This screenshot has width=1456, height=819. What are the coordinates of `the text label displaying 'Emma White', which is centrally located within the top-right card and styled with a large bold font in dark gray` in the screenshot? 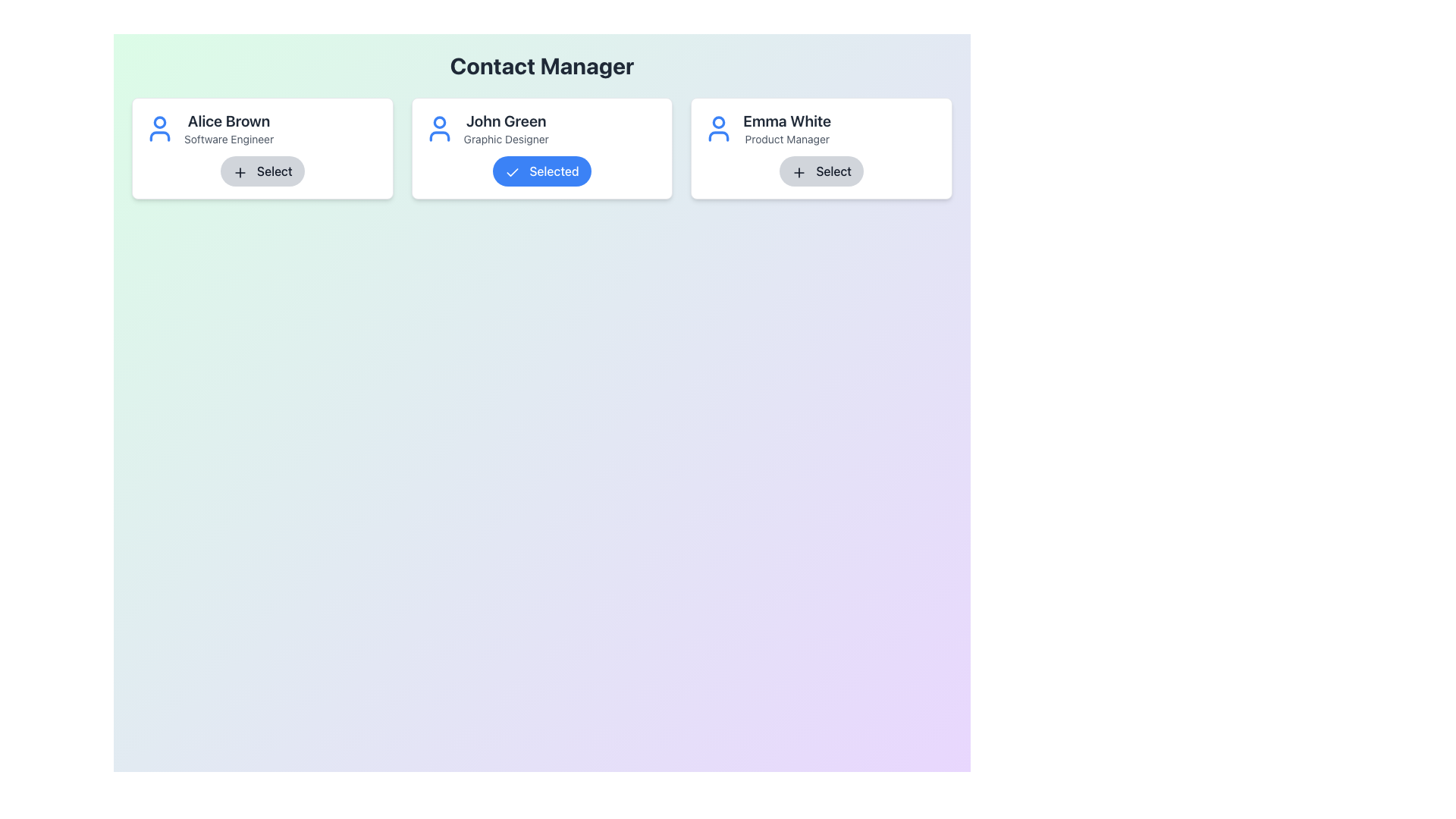 It's located at (787, 120).